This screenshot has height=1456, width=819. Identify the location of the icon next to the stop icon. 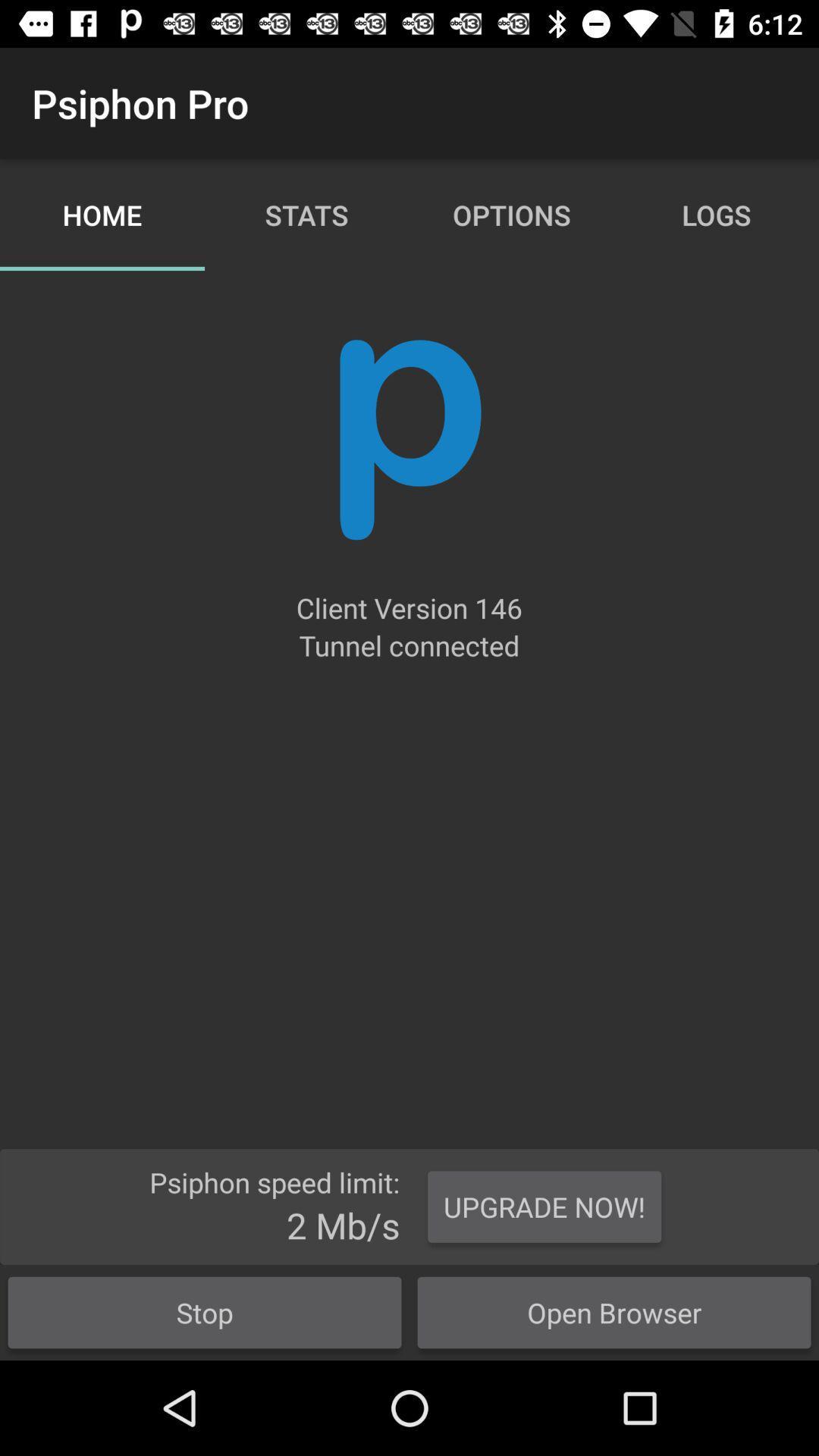
(614, 1312).